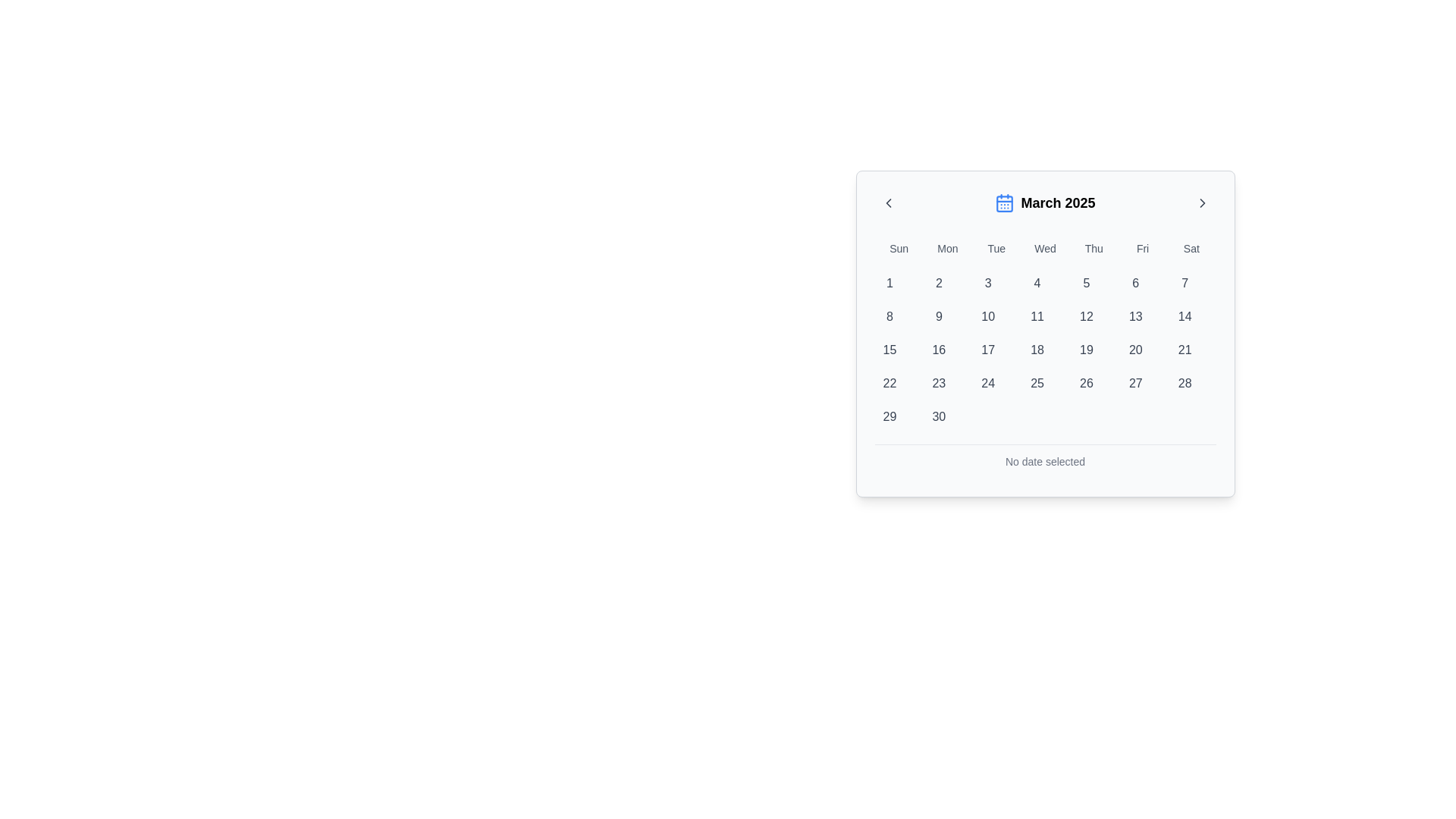 The width and height of the screenshot is (1456, 819). What do you see at coordinates (1135, 382) in the screenshot?
I see `the circular button labeled '27' in the calendar grid` at bounding box center [1135, 382].